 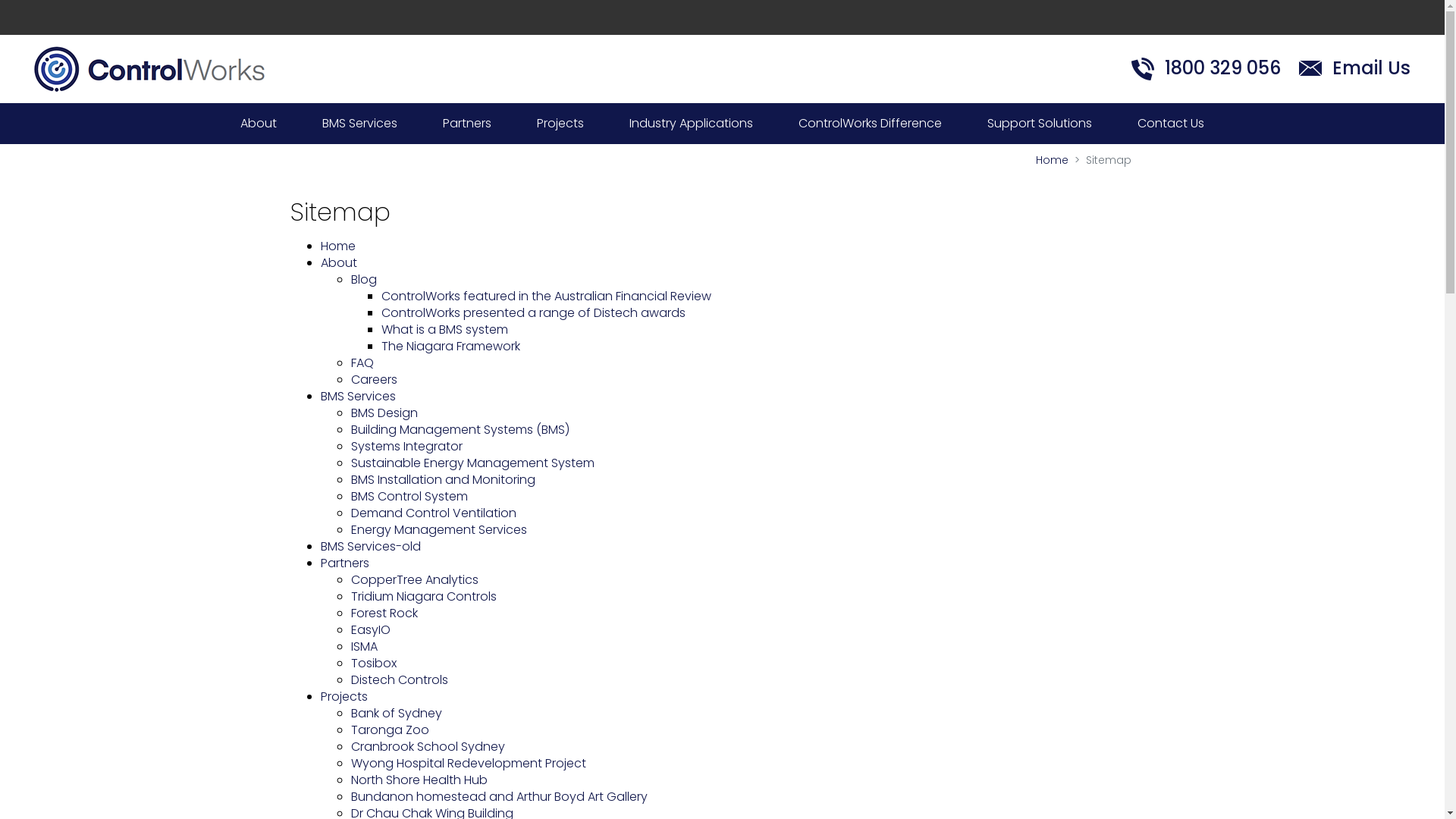 I want to click on 'ControlWorks featured in the Australian Financial Review', so click(x=381, y=296).